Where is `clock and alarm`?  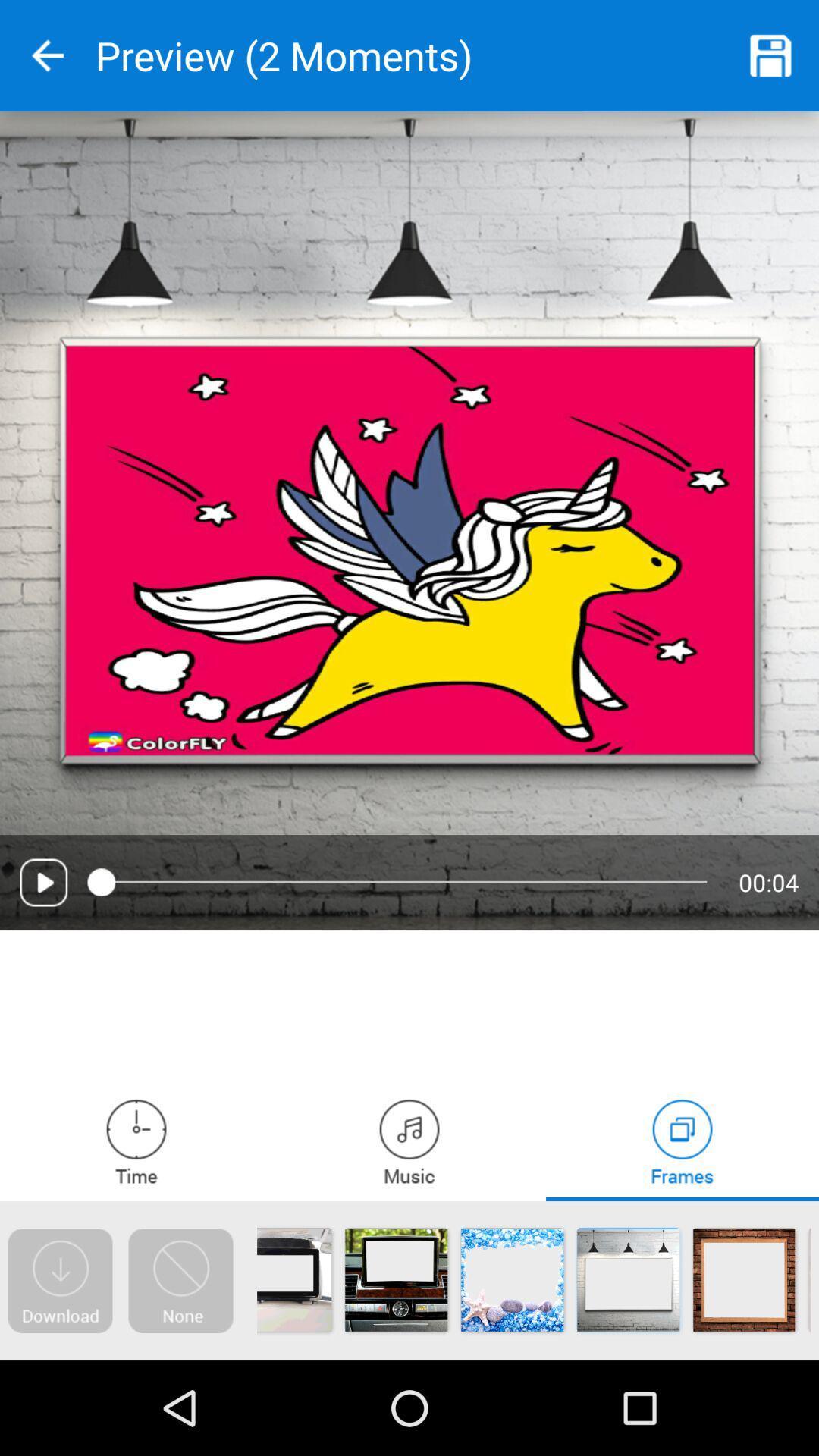
clock and alarm is located at coordinates (136, 1141).